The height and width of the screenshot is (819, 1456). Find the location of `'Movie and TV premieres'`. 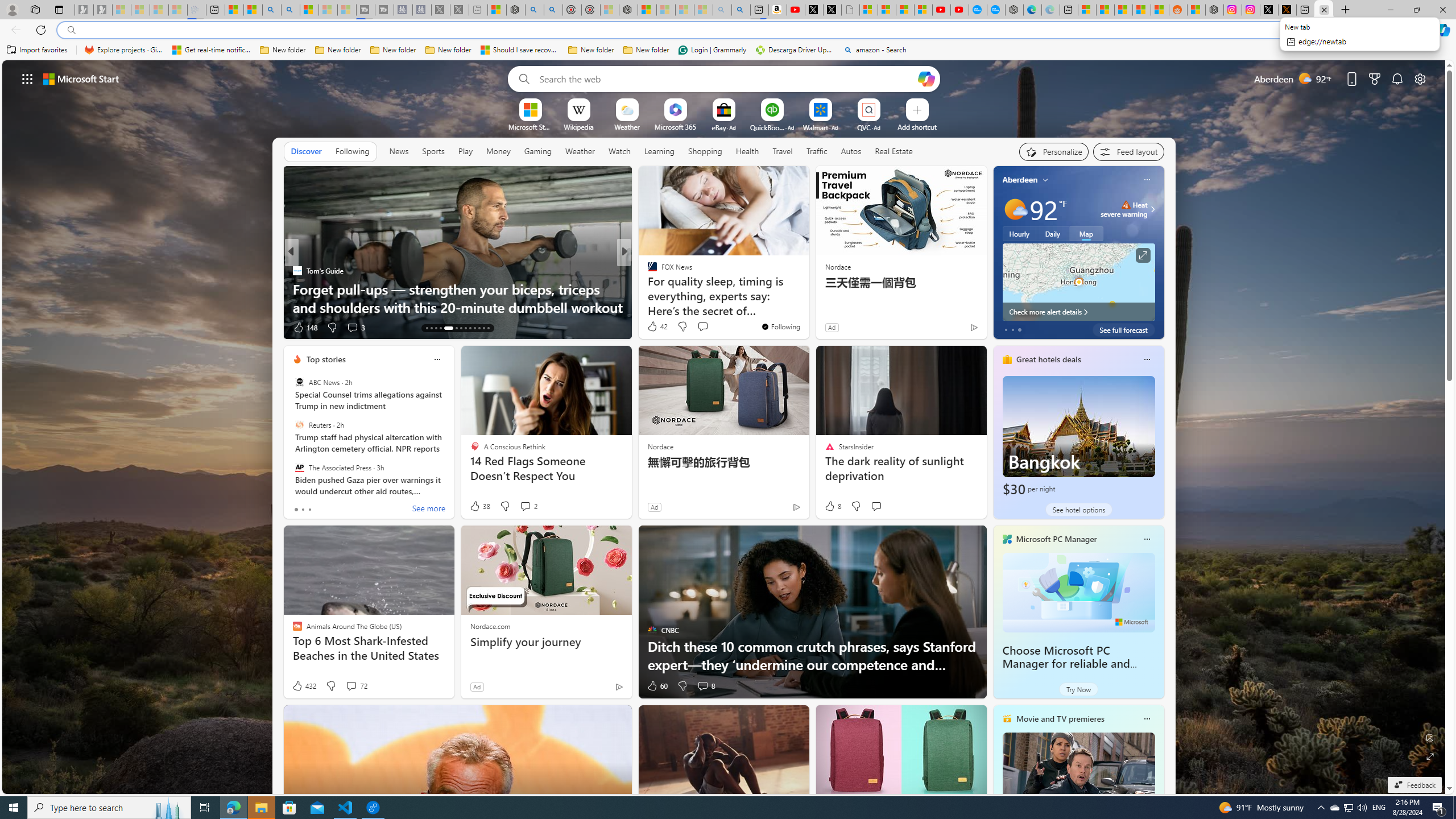

'Movie and TV premieres' is located at coordinates (1060, 718).